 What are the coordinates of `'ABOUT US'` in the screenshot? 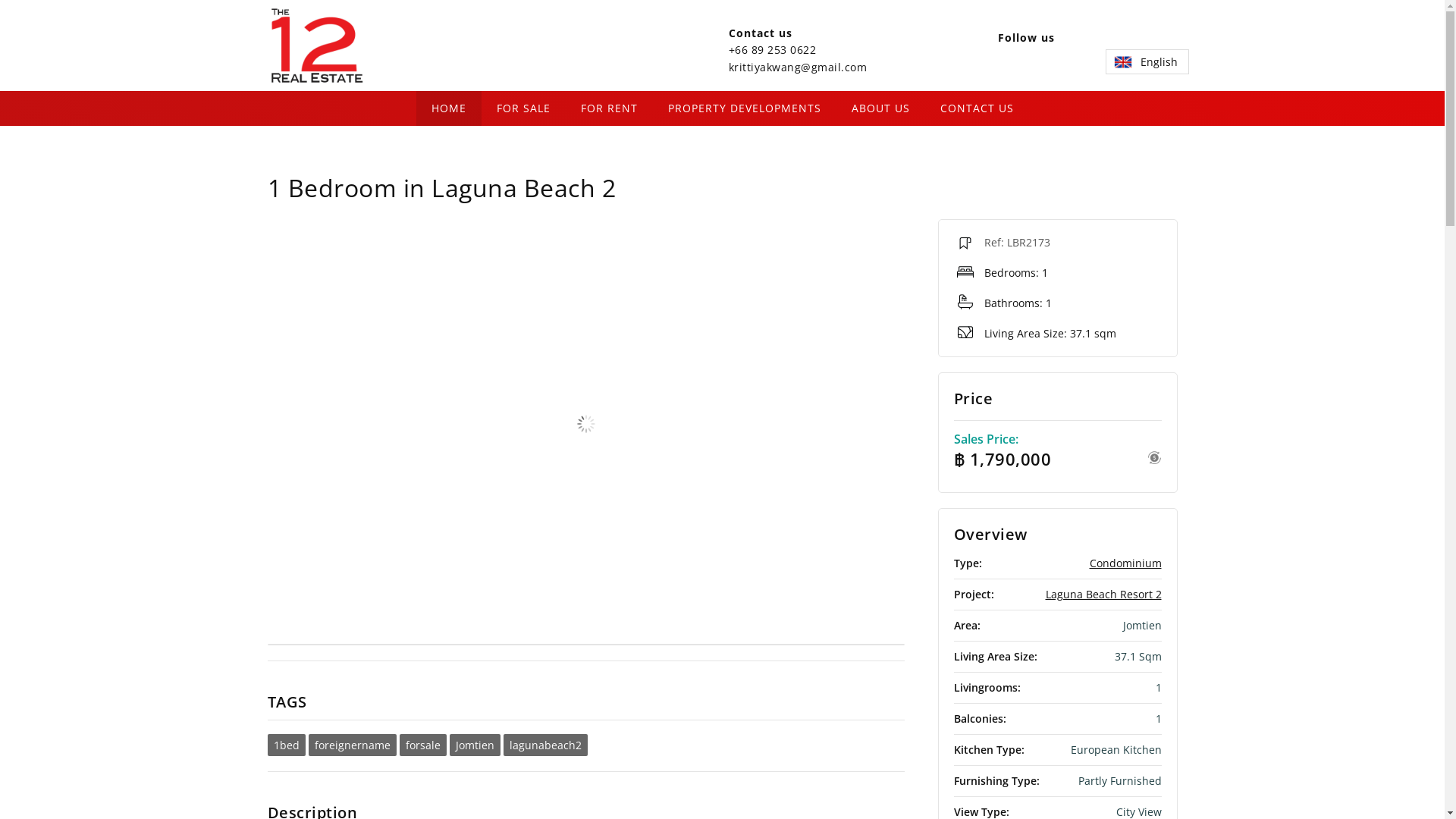 It's located at (835, 107).